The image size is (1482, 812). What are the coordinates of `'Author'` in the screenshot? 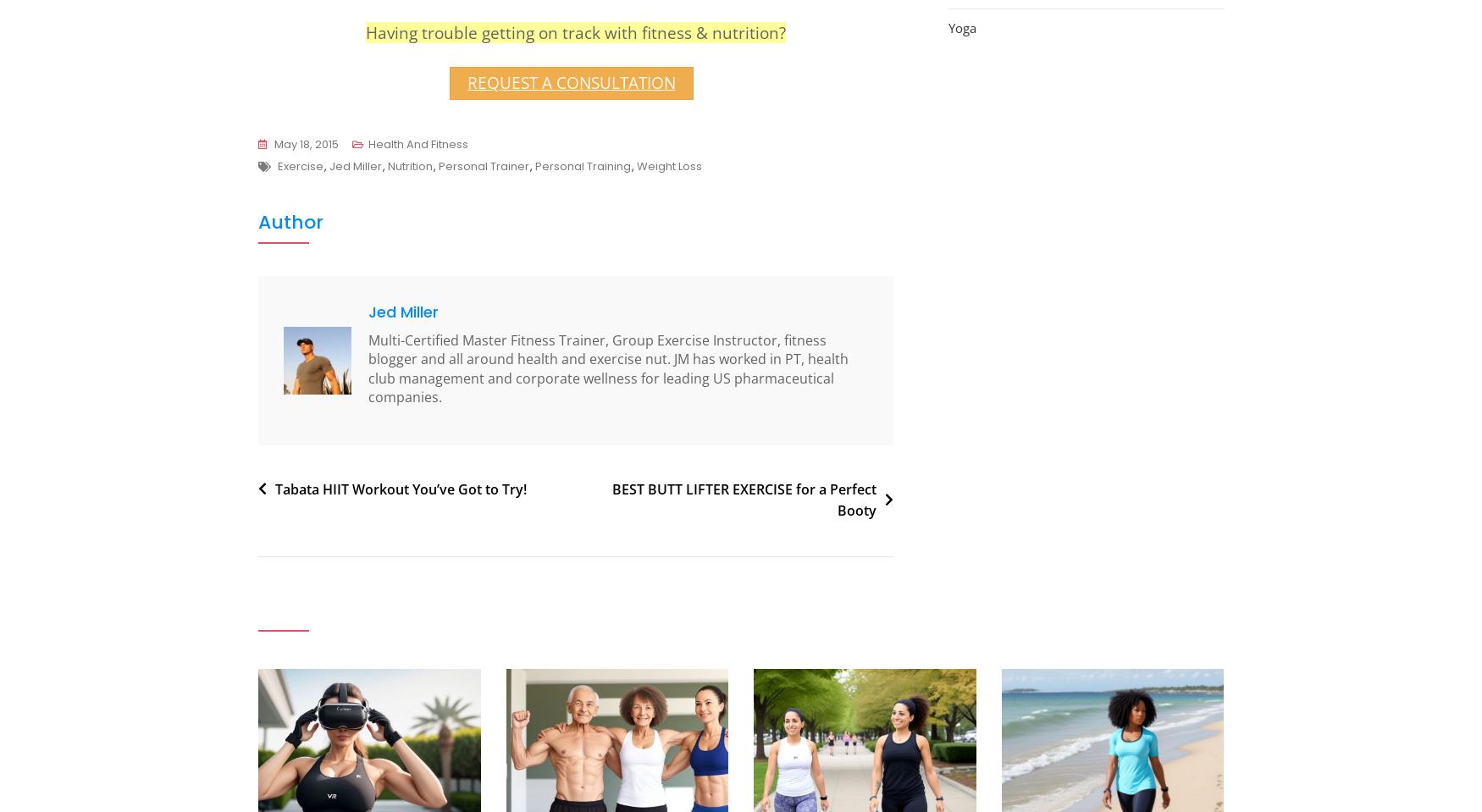 It's located at (257, 221).